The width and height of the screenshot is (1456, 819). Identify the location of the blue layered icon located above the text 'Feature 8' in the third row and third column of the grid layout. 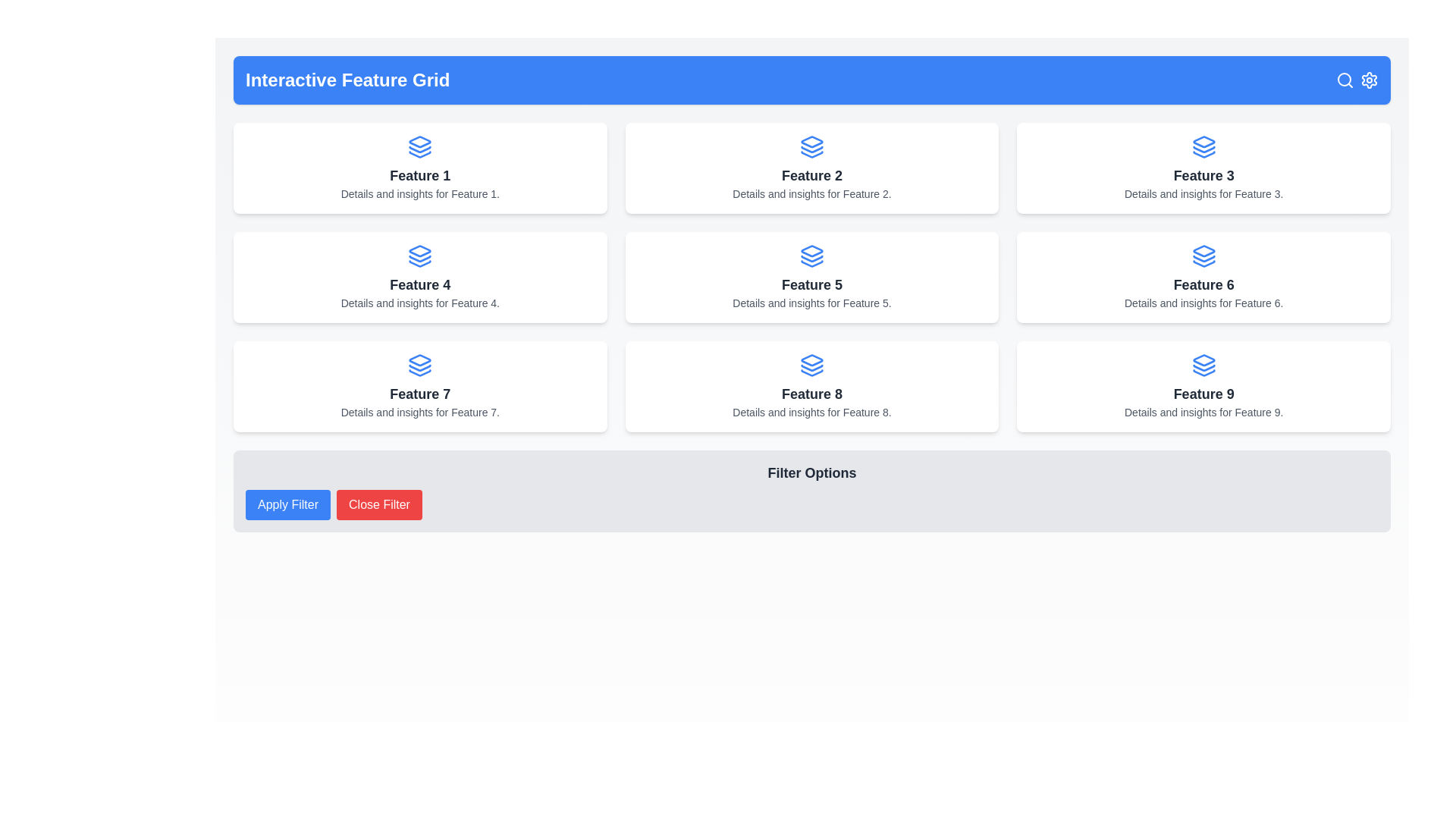
(811, 366).